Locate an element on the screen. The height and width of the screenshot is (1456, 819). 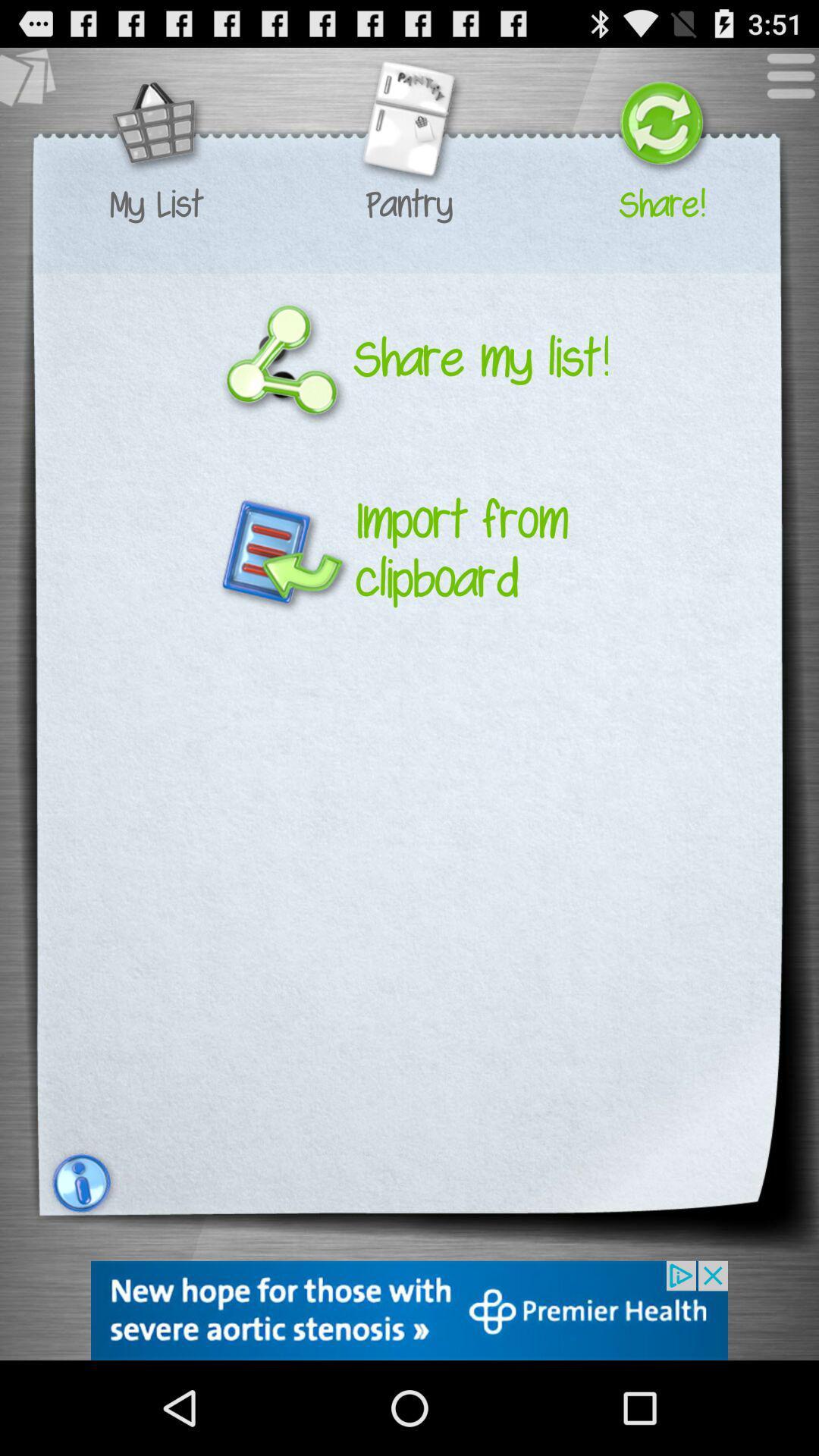
menu icon is located at coordinates (783, 83).